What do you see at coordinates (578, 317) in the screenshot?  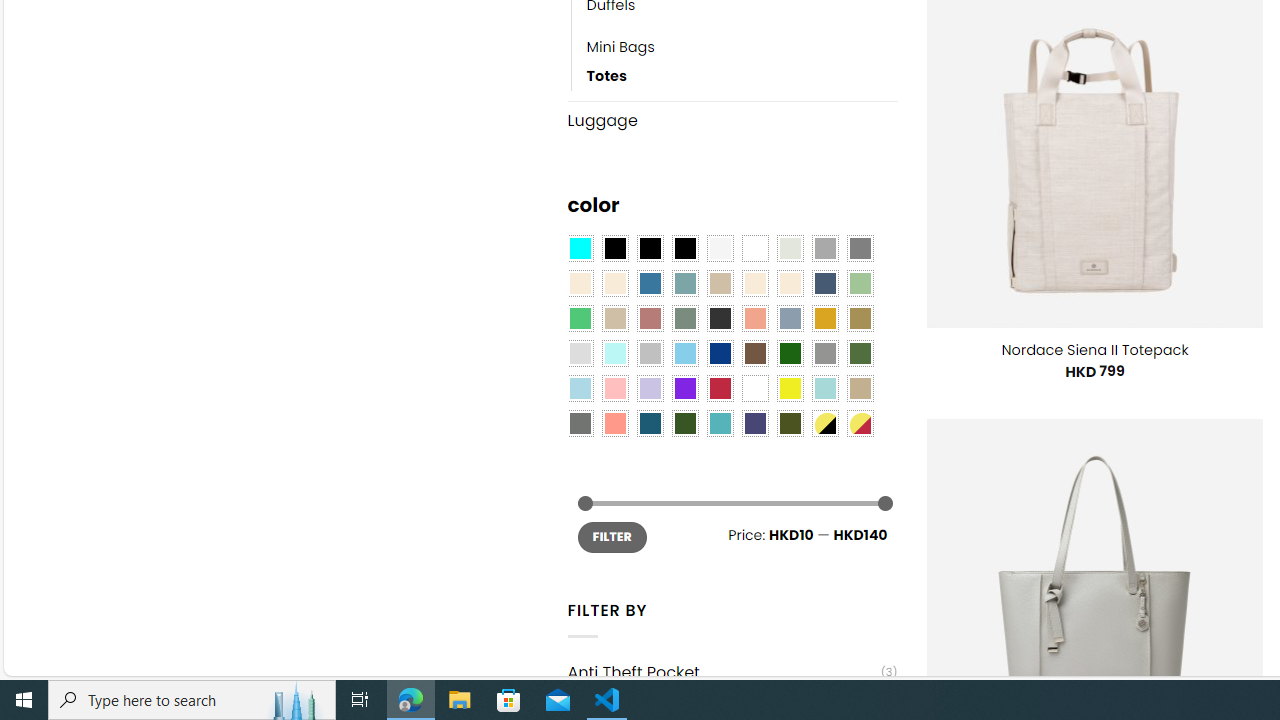 I see `'Emerald Green'` at bounding box center [578, 317].